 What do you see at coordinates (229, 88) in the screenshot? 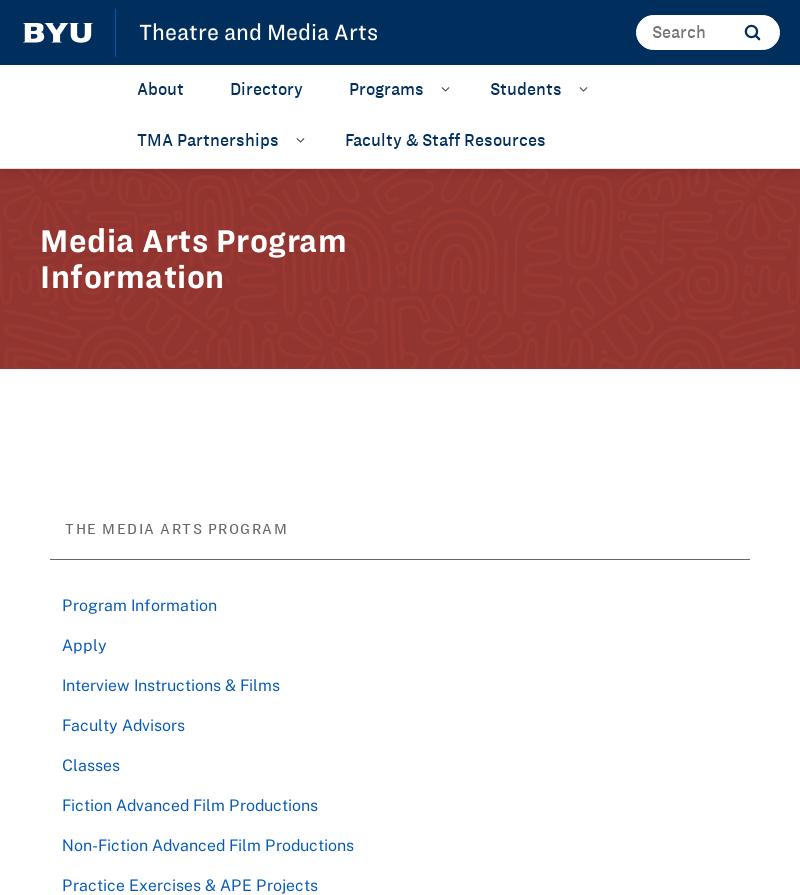
I see `'Directory'` at bounding box center [229, 88].